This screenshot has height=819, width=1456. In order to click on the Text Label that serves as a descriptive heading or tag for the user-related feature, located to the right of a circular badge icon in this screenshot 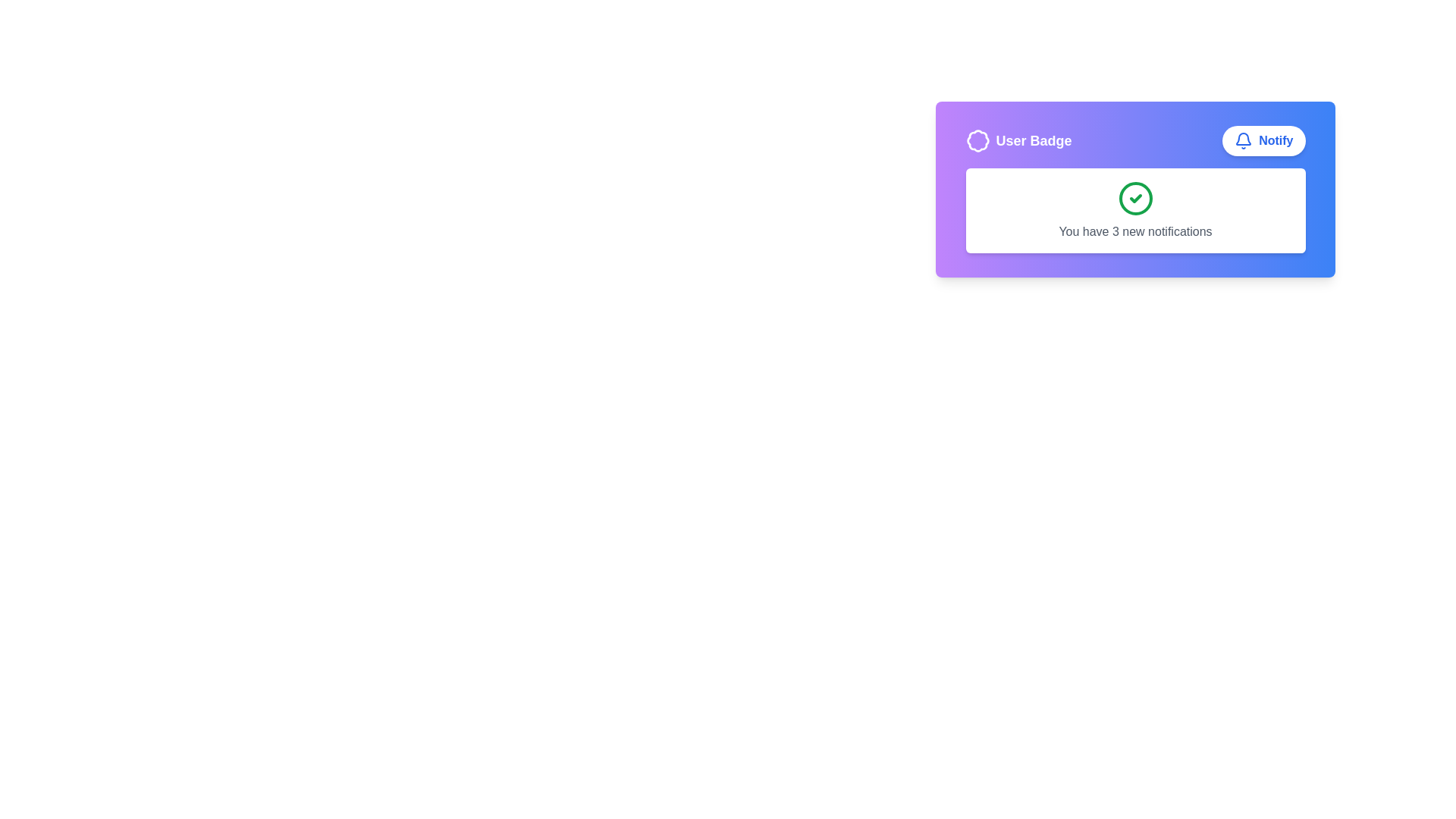, I will do `click(1033, 140)`.